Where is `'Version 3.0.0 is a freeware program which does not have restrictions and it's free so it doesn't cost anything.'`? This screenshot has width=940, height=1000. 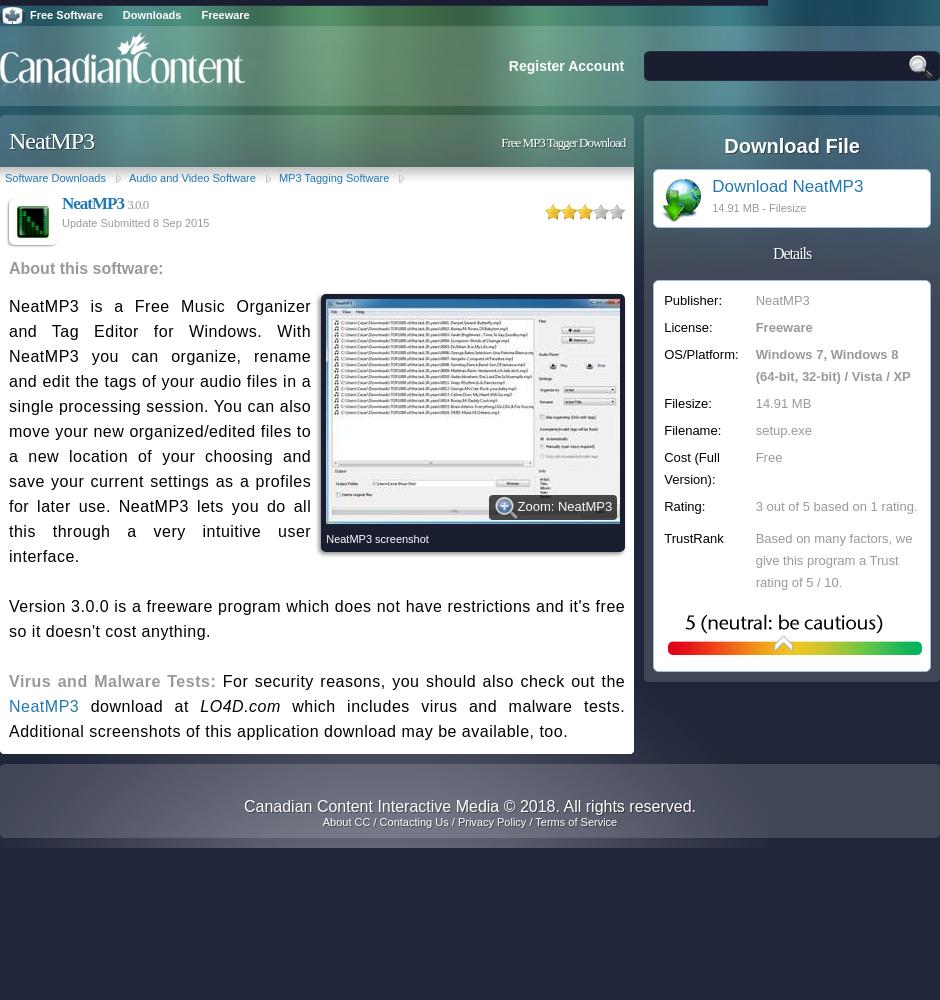
'Version 3.0.0 is a freeware program which does not have restrictions and it's free so it doesn't cost anything.' is located at coordinates (9, 618).